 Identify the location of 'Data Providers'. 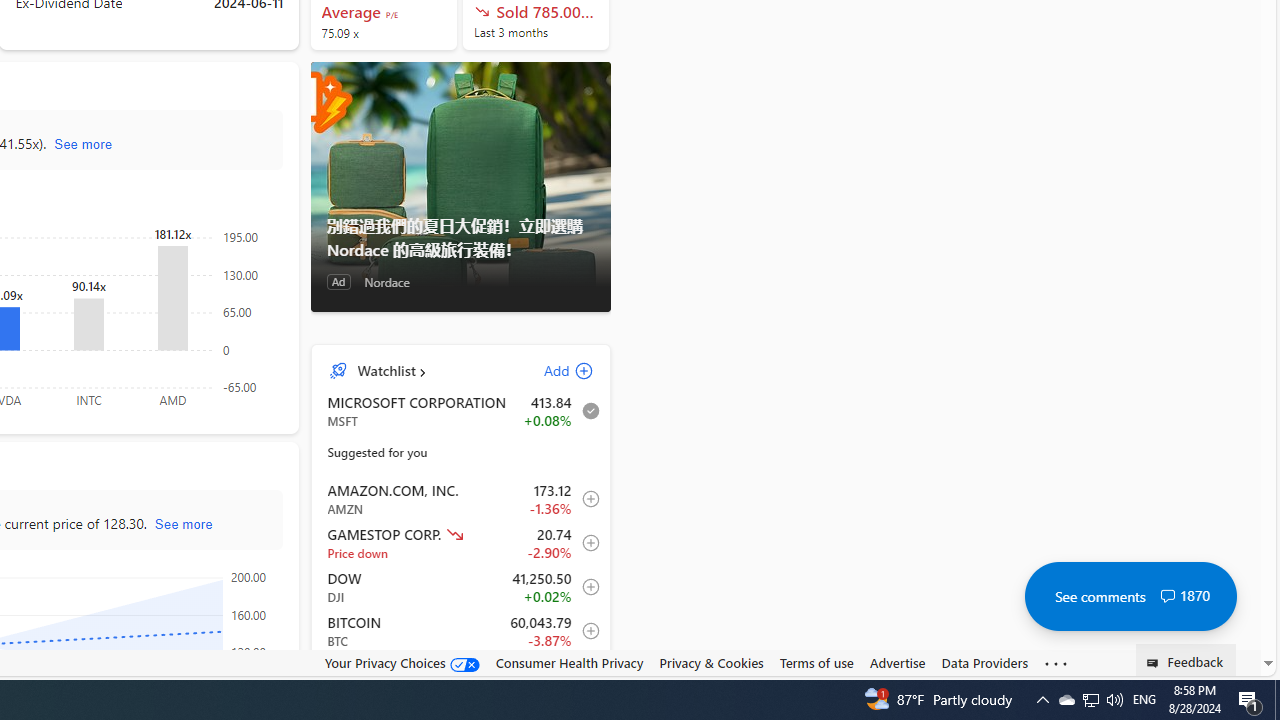
(984, 662).